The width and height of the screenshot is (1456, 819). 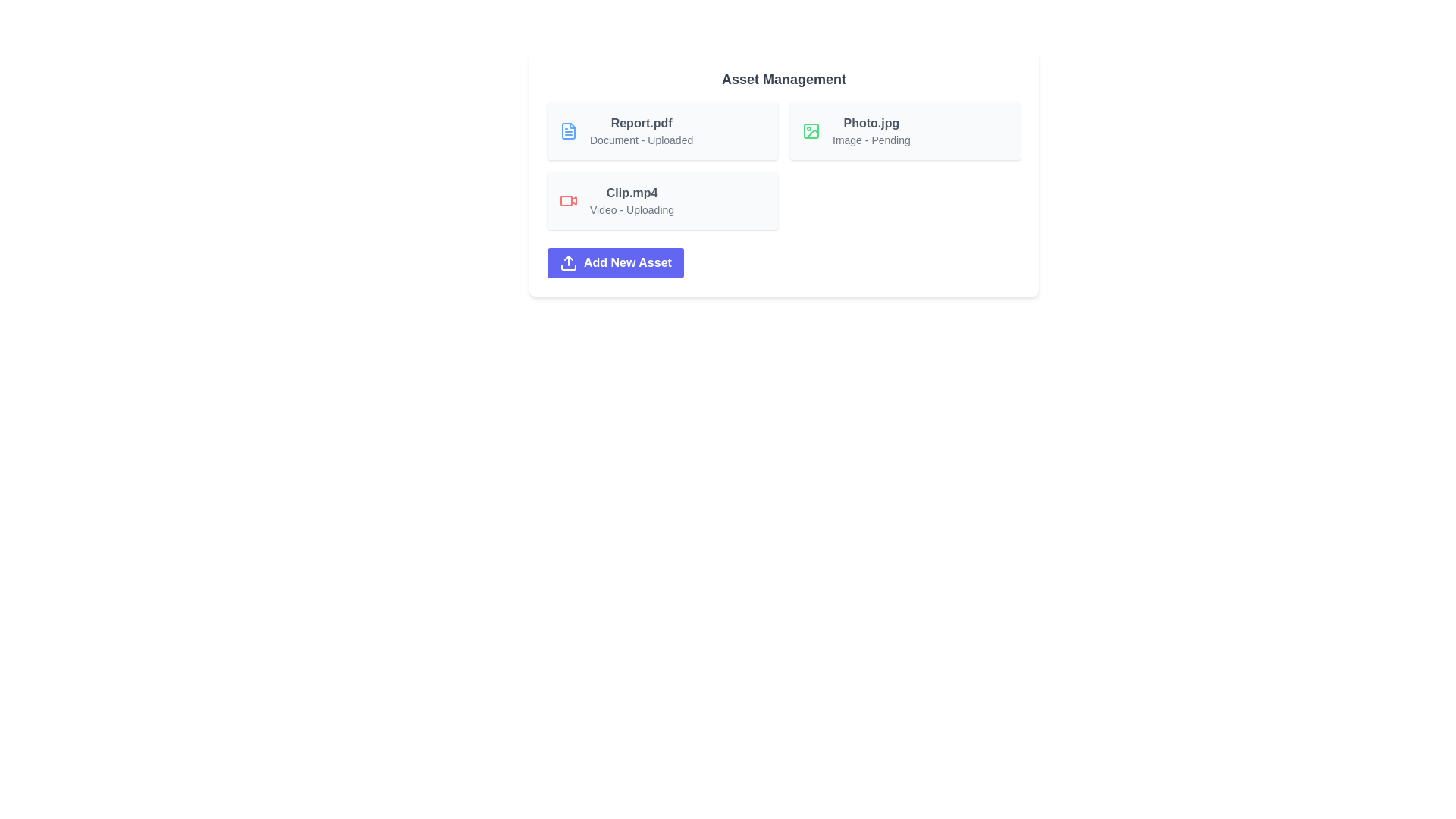 I want to click on the asset card corresponding to Report.pdf to view its details, so click(x=662, y=130).